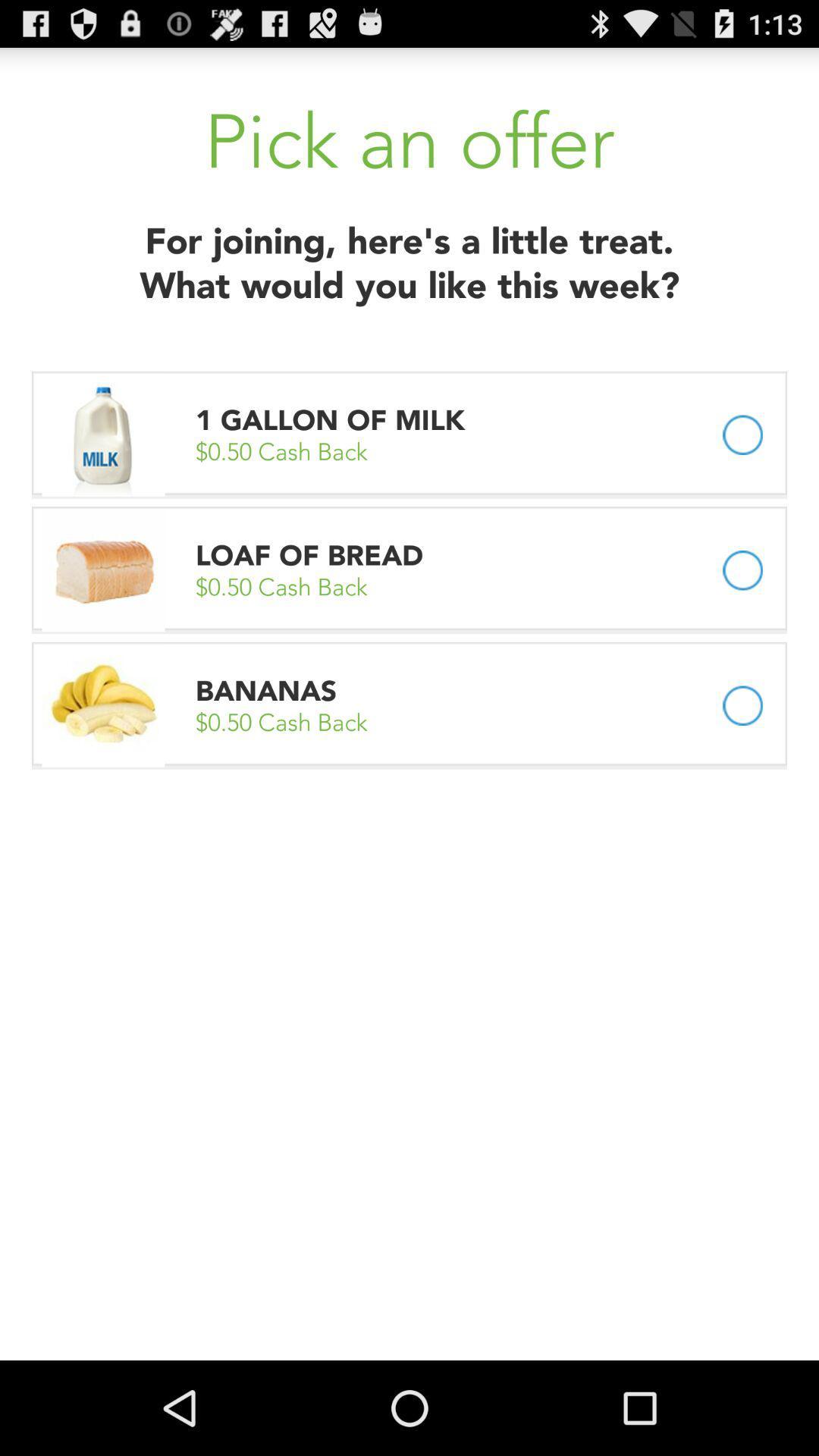 The width and height of the screenshot is (819, 1456). What do you see at coordinates (333, 420) in the screenshot?
I see `the icon below for joining here` at bounding box center [333, 420].